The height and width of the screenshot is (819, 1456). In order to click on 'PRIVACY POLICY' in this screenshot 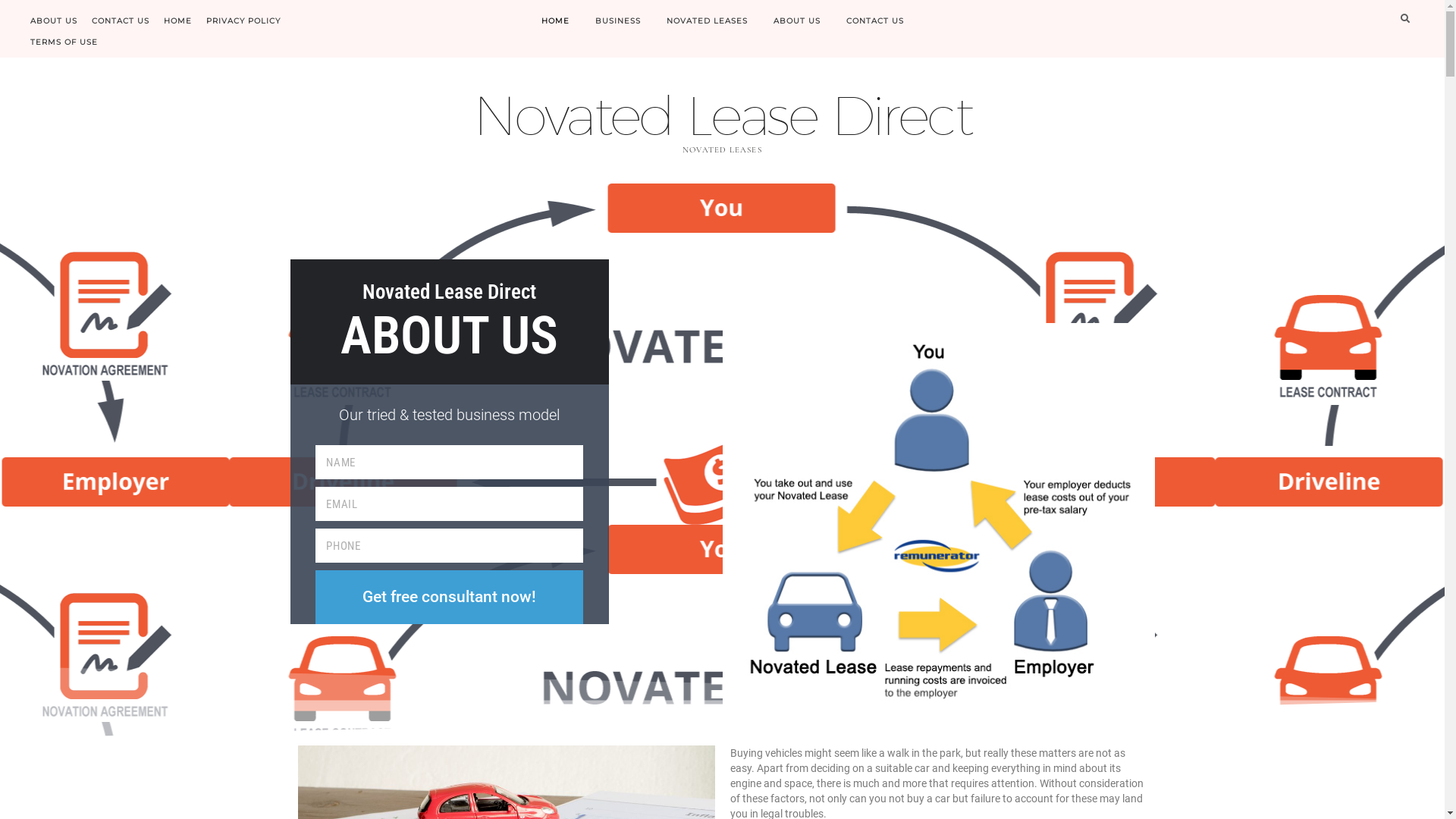, I will do `click(243, 17)`.